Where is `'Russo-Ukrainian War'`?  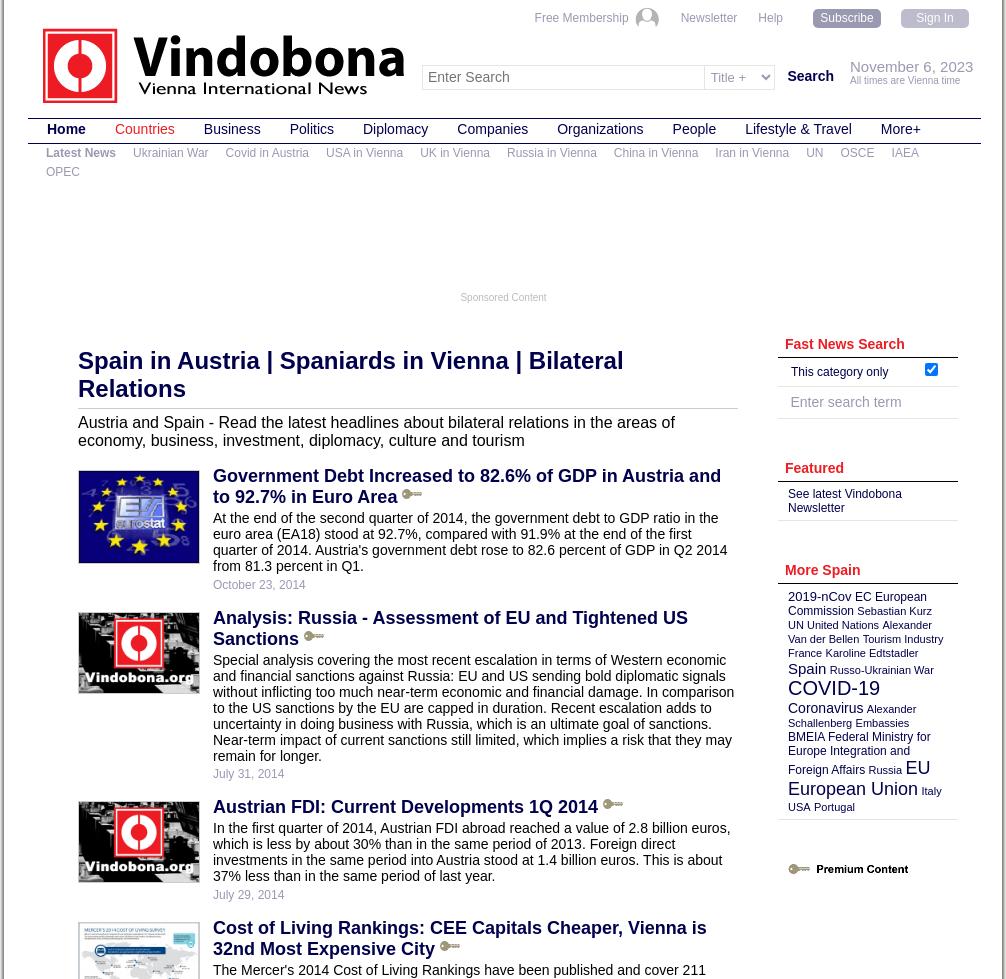
'Russo-Ukrainian War' is located at coordinates (879, 668).